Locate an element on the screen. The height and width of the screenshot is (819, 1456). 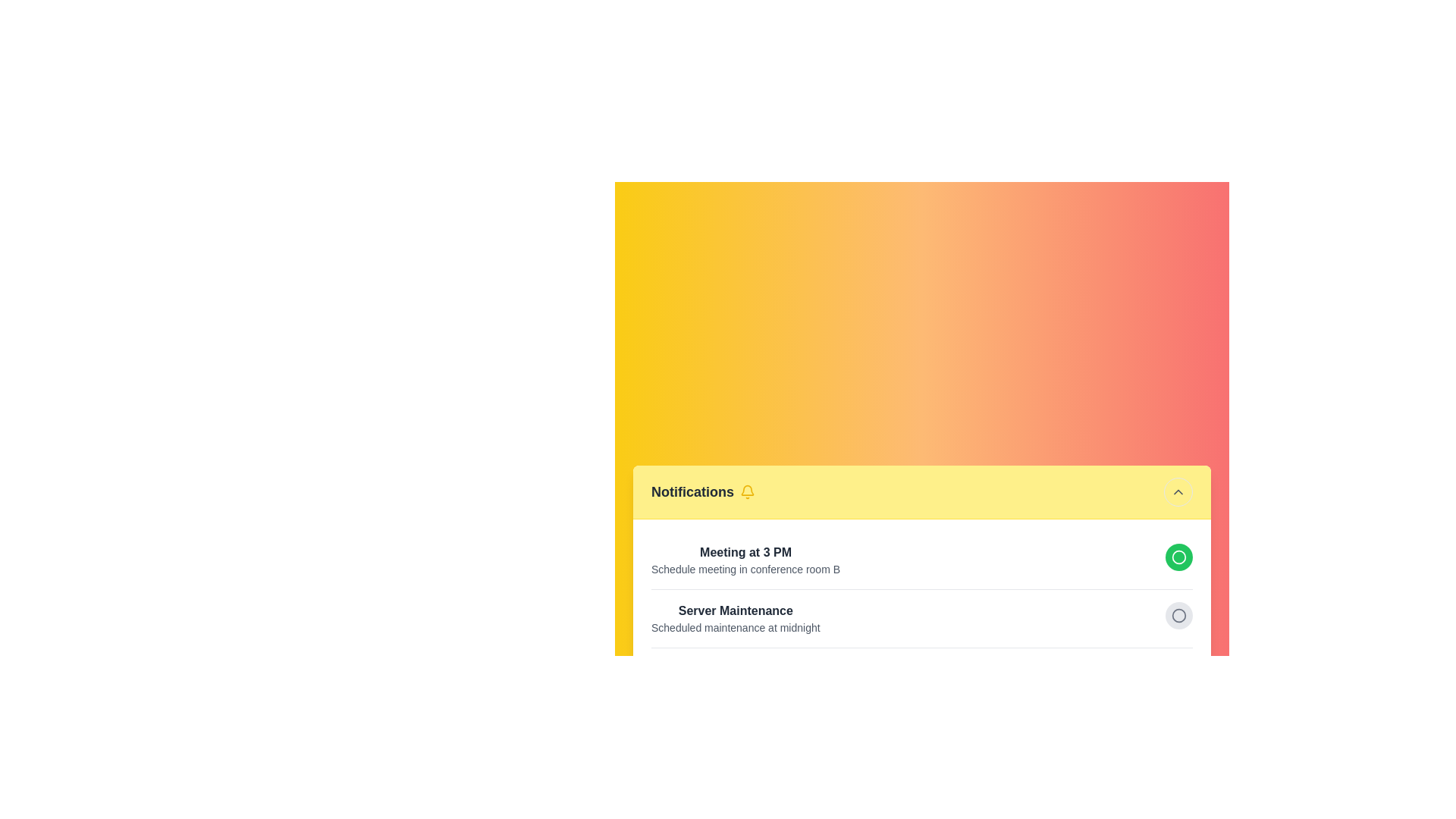
the notification card that informs the user about a scheduled maintenance event, which is the second item in the notifications list is located at coordinates (921, 617).